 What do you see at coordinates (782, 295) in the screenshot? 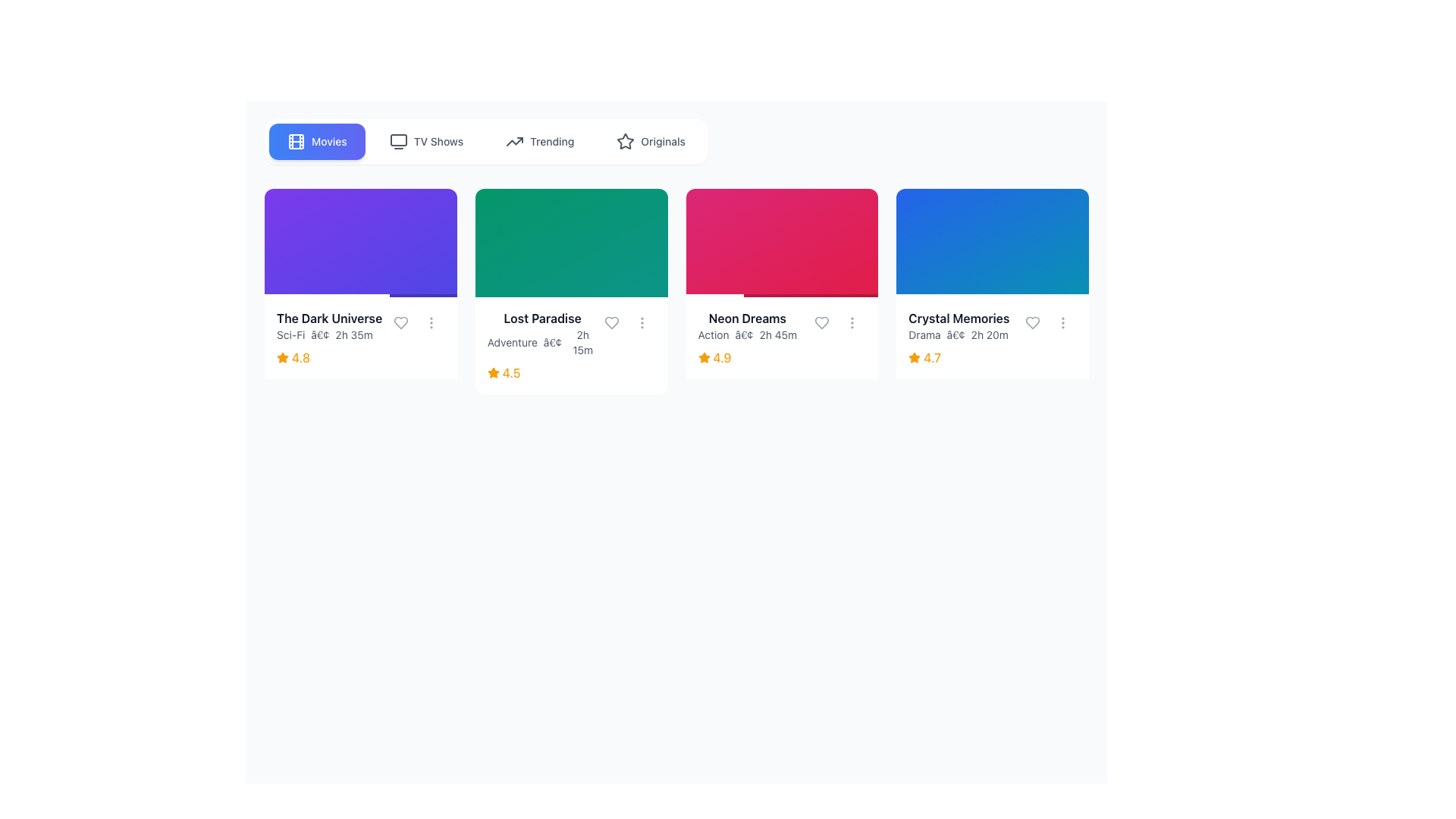
I see `the progress bar located at the bottom edge of the third horizontal rectangular card` at bounding box center [782, 295].